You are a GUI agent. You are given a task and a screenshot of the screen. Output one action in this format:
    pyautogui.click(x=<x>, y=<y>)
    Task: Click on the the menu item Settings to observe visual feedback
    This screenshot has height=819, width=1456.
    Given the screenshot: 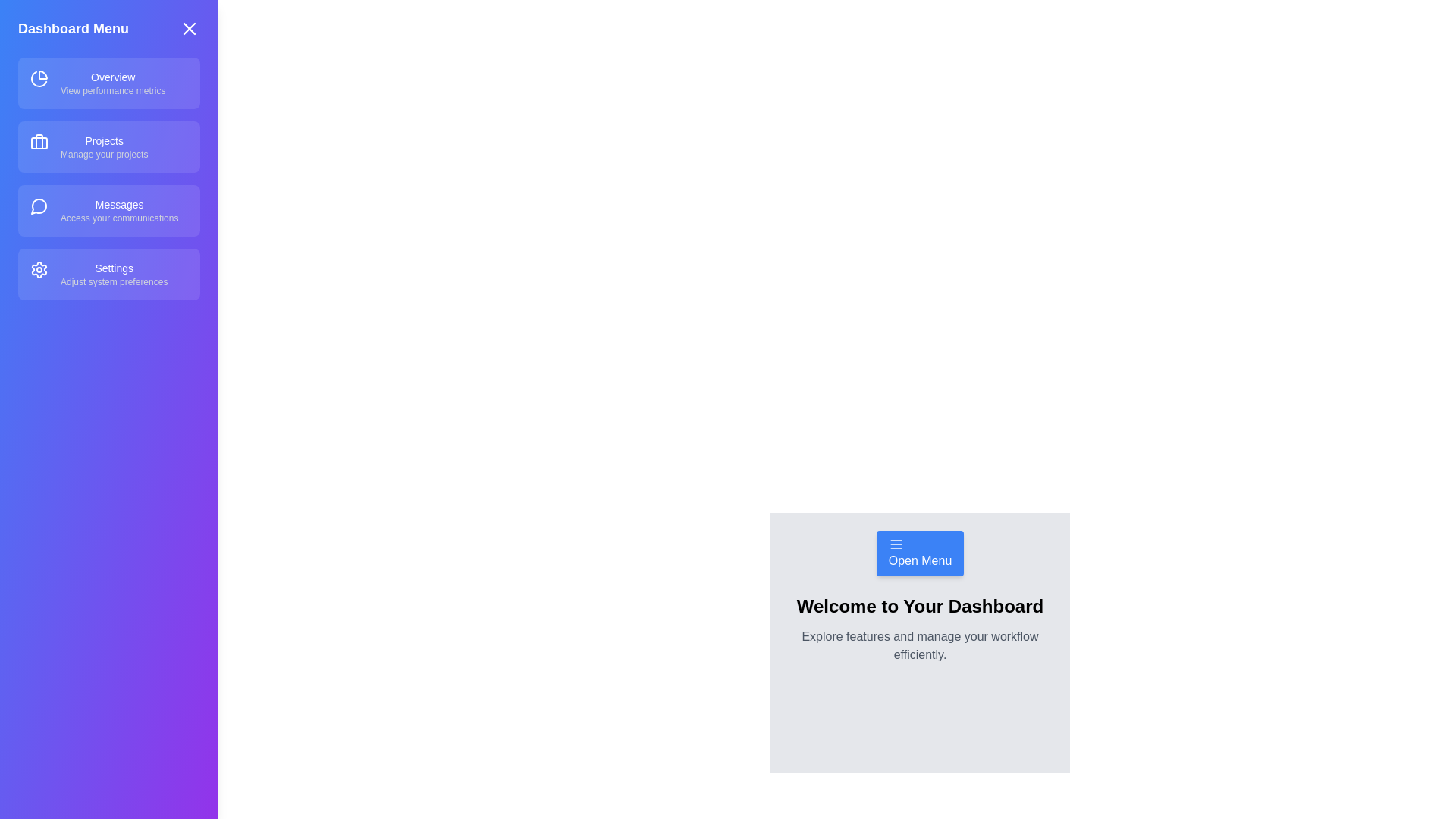 What is the action you would take?
    pyautogui.click(x=108, y=275)
    